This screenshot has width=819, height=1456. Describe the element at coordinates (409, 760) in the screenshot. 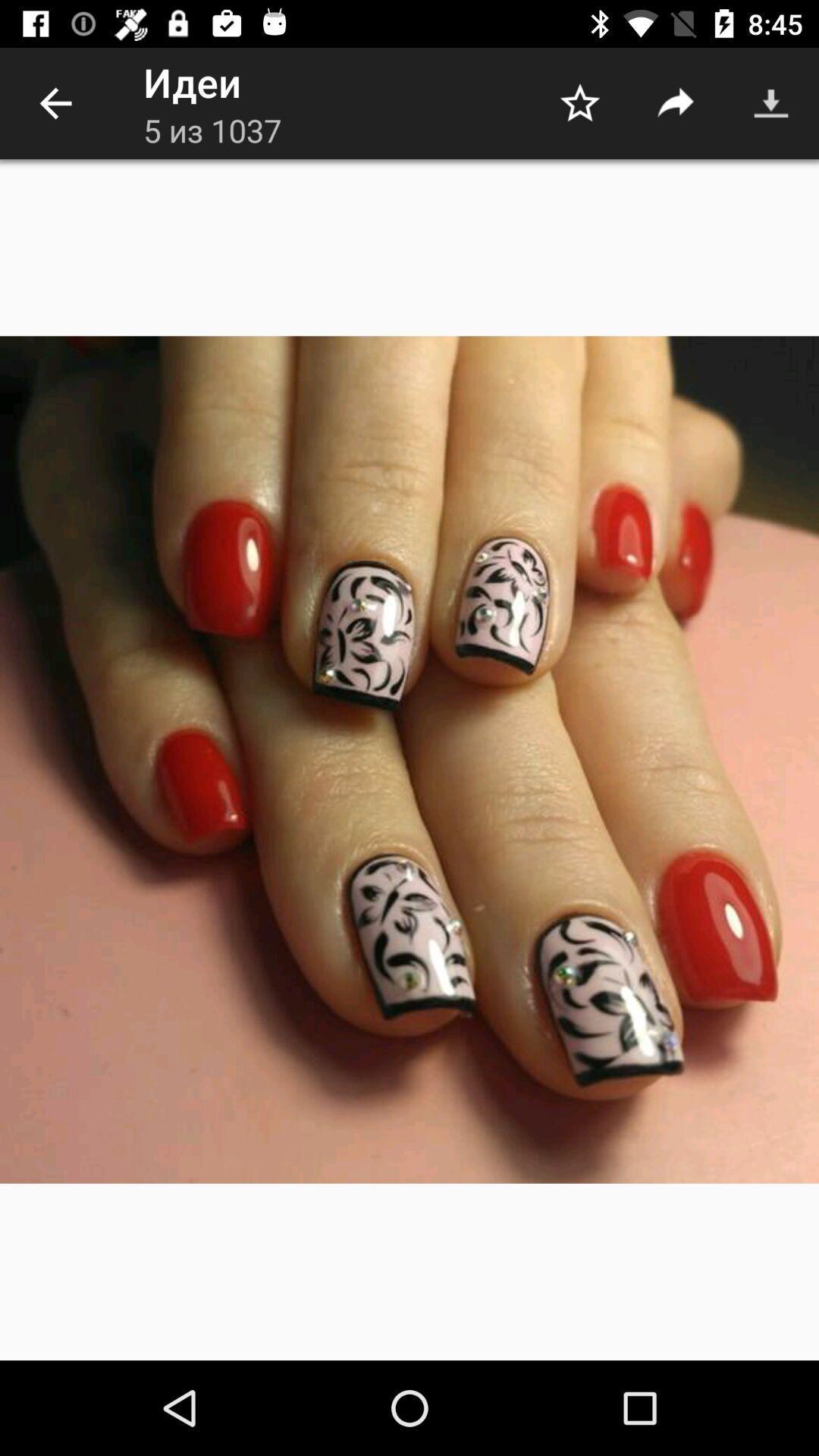

I see `the item at the center` at that location.